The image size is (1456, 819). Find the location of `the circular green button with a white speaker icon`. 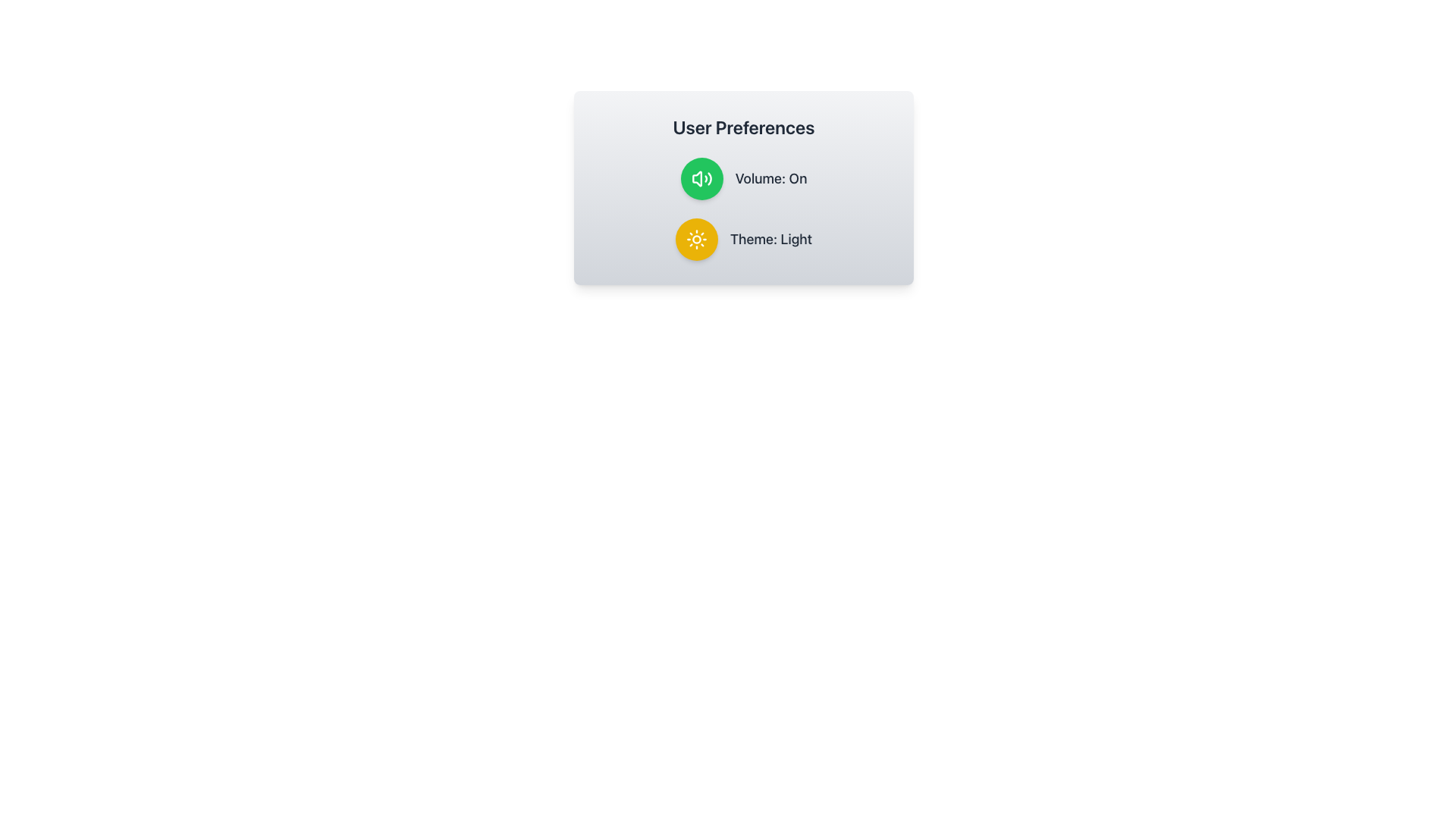

the circular green button with a white speaker icon is located at coordinates (701, 177).